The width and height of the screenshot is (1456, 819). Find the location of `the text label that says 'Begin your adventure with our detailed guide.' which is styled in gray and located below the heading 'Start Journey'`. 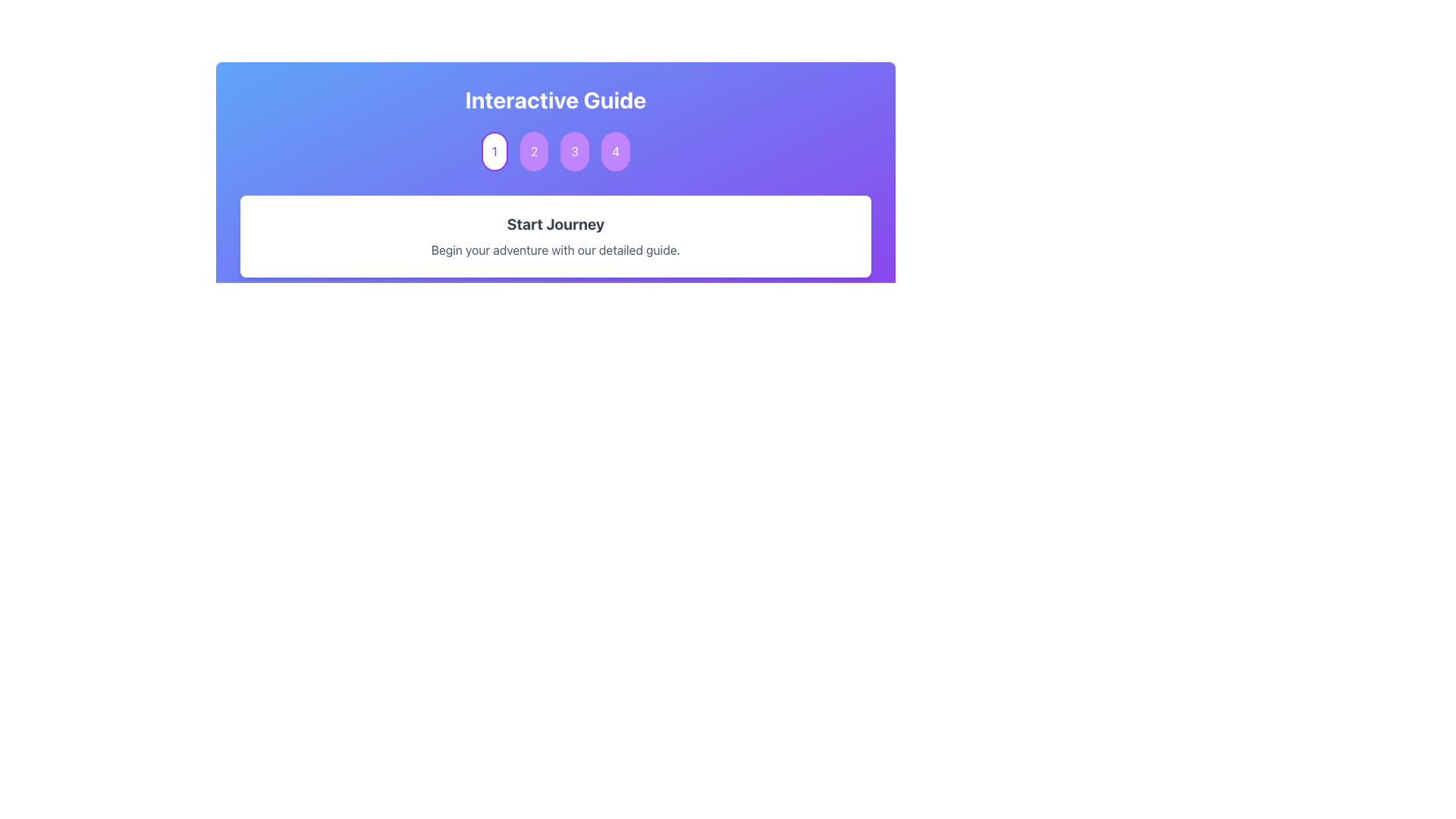

the text label that says 'Begin your adventure with our detailed guide.' which is styled in gray and located below the heading 'Start Journey' is located at coordinates (555, 249).